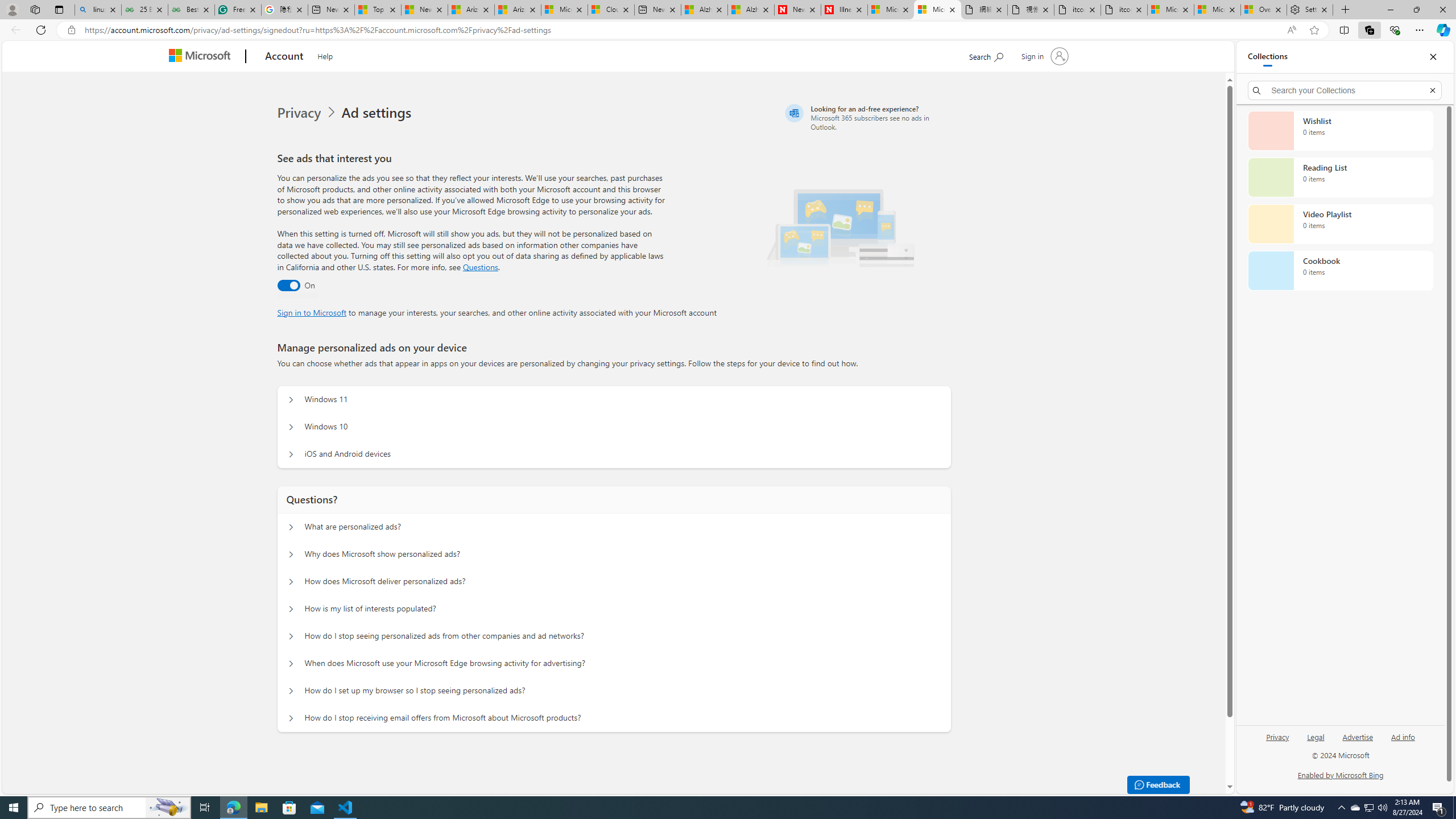 The height and width of the screenshot is (819, 1456). Describe the element at coordinates (1403, 741) in the screenshot. I see `'Ad info'` at that location.